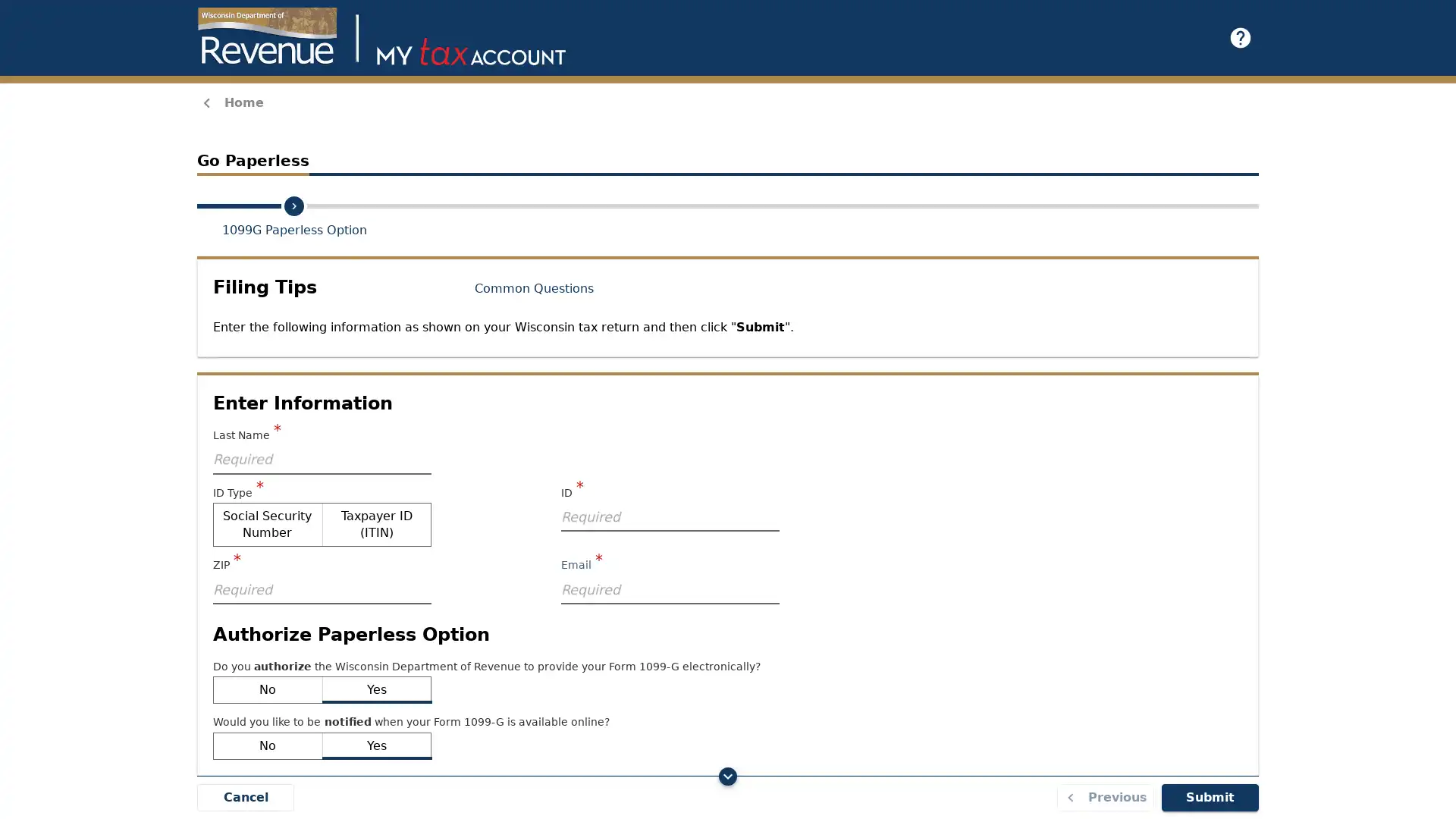 This screenshot has width=1456, height=819. I want to click on Cancel, so click(246, 796).